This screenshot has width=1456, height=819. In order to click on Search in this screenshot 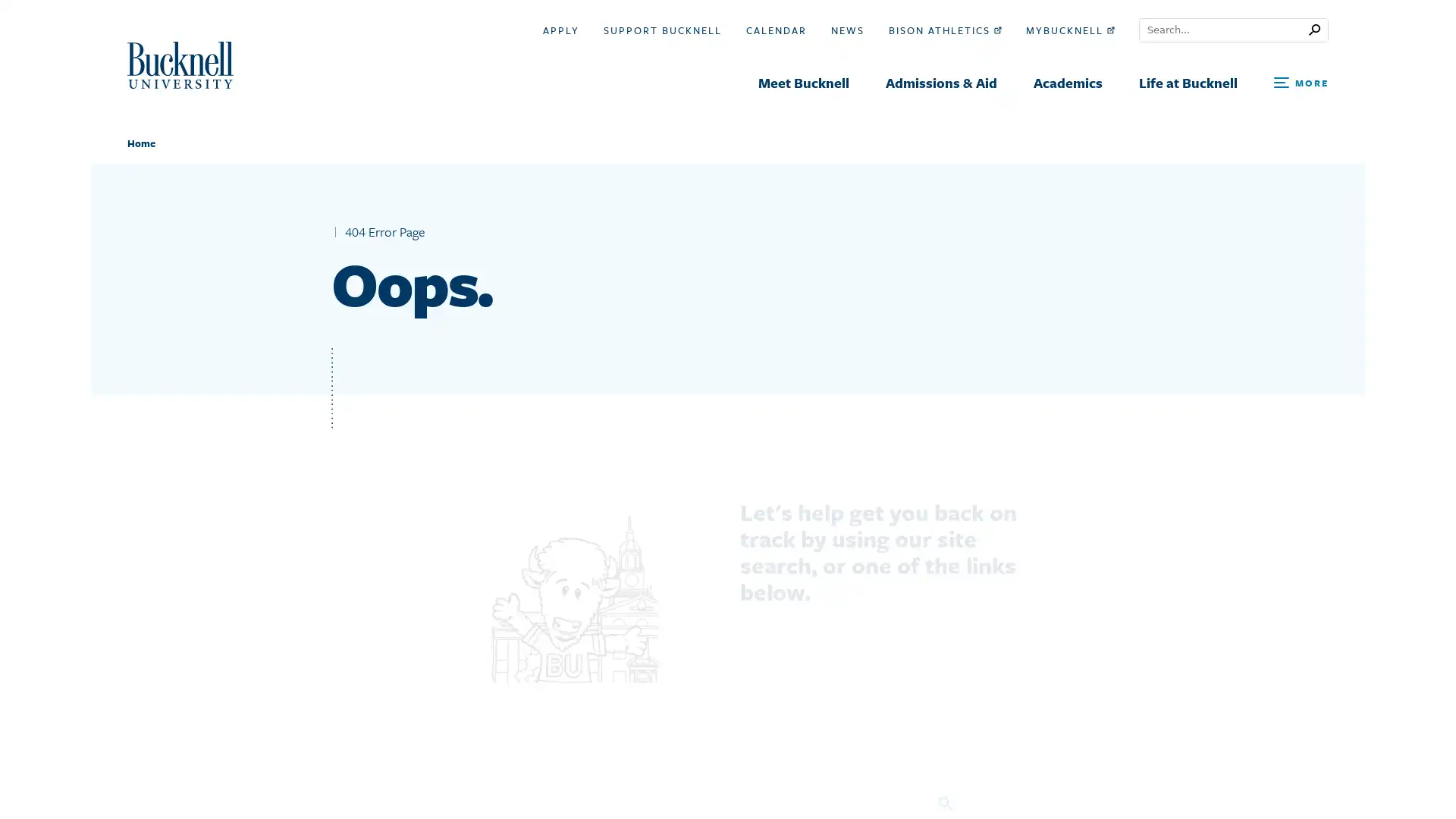, I will do `click(945, 797)`.